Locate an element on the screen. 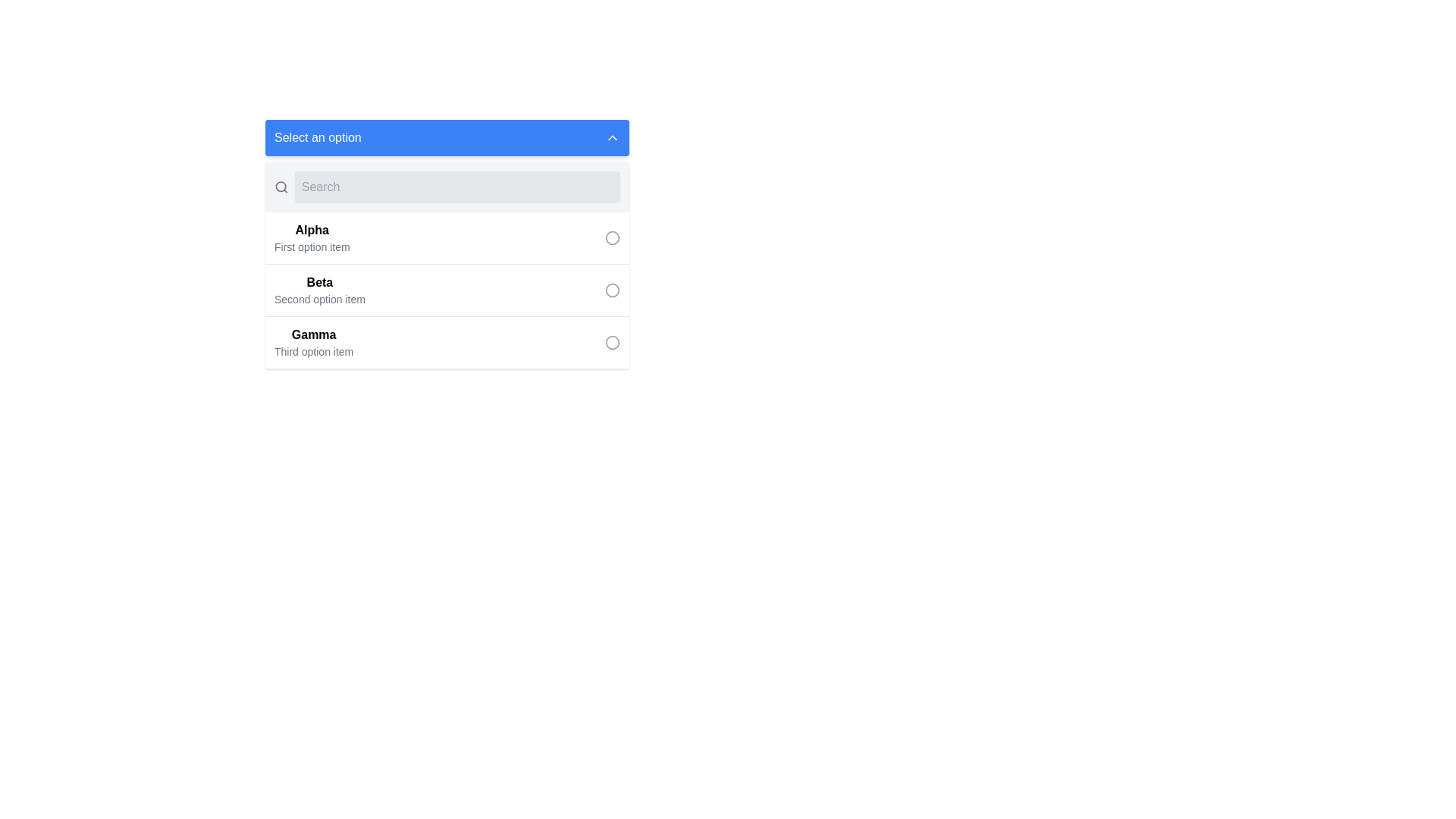 This screenshot has height=819, width=1456. the static text label that identifies the third option in a vertical list, positioned between the second option titled 'Beta' and the description text 'Third option item' is located at coordinates (313, 334).